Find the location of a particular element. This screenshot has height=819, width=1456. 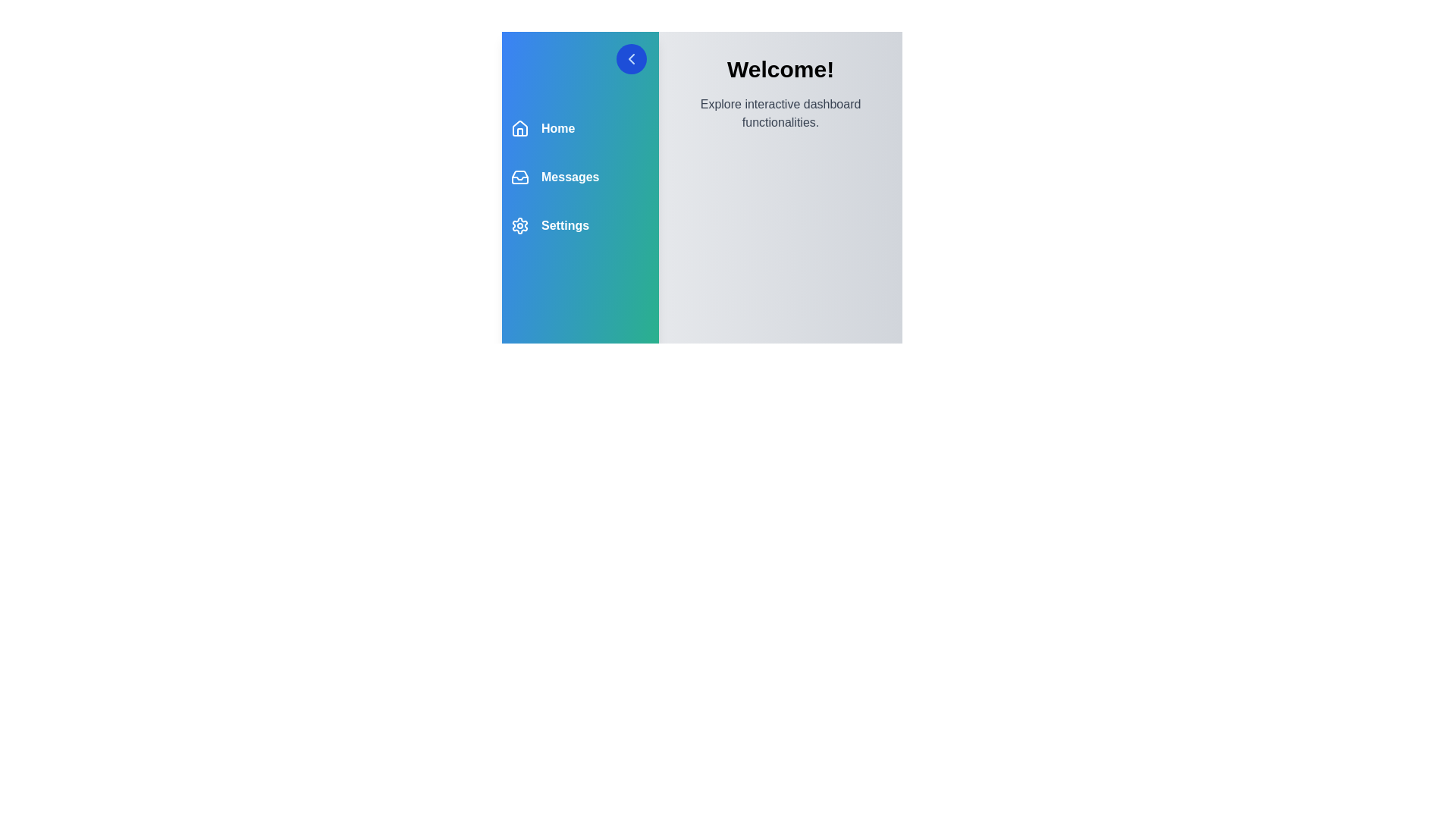

the leftward pointing chevron icon located at the top right corner of the sidebar button is located at coordinates (632, 58).